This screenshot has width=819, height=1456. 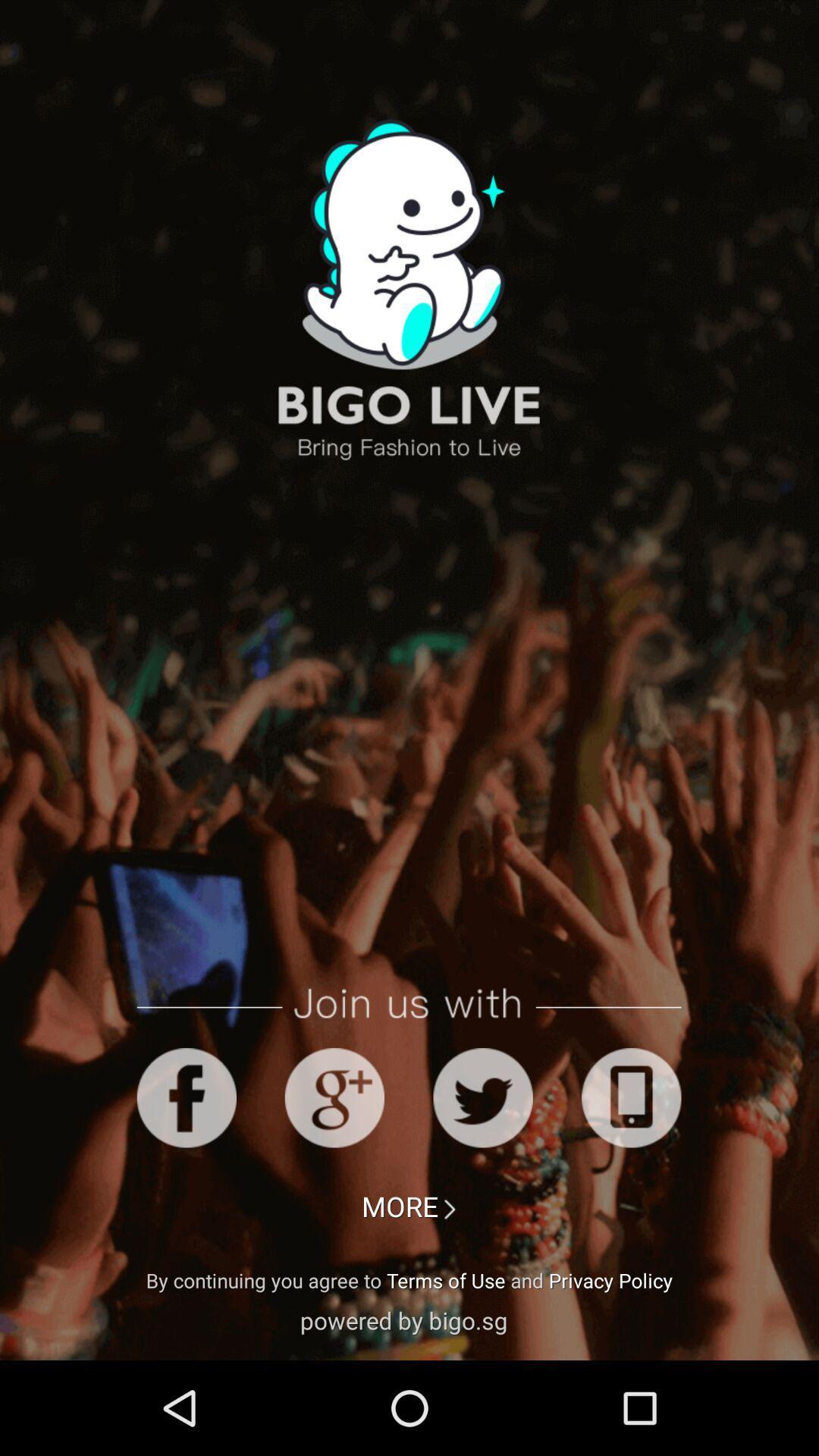 I want to click on share via facebook, so click(x=186, y=1097).